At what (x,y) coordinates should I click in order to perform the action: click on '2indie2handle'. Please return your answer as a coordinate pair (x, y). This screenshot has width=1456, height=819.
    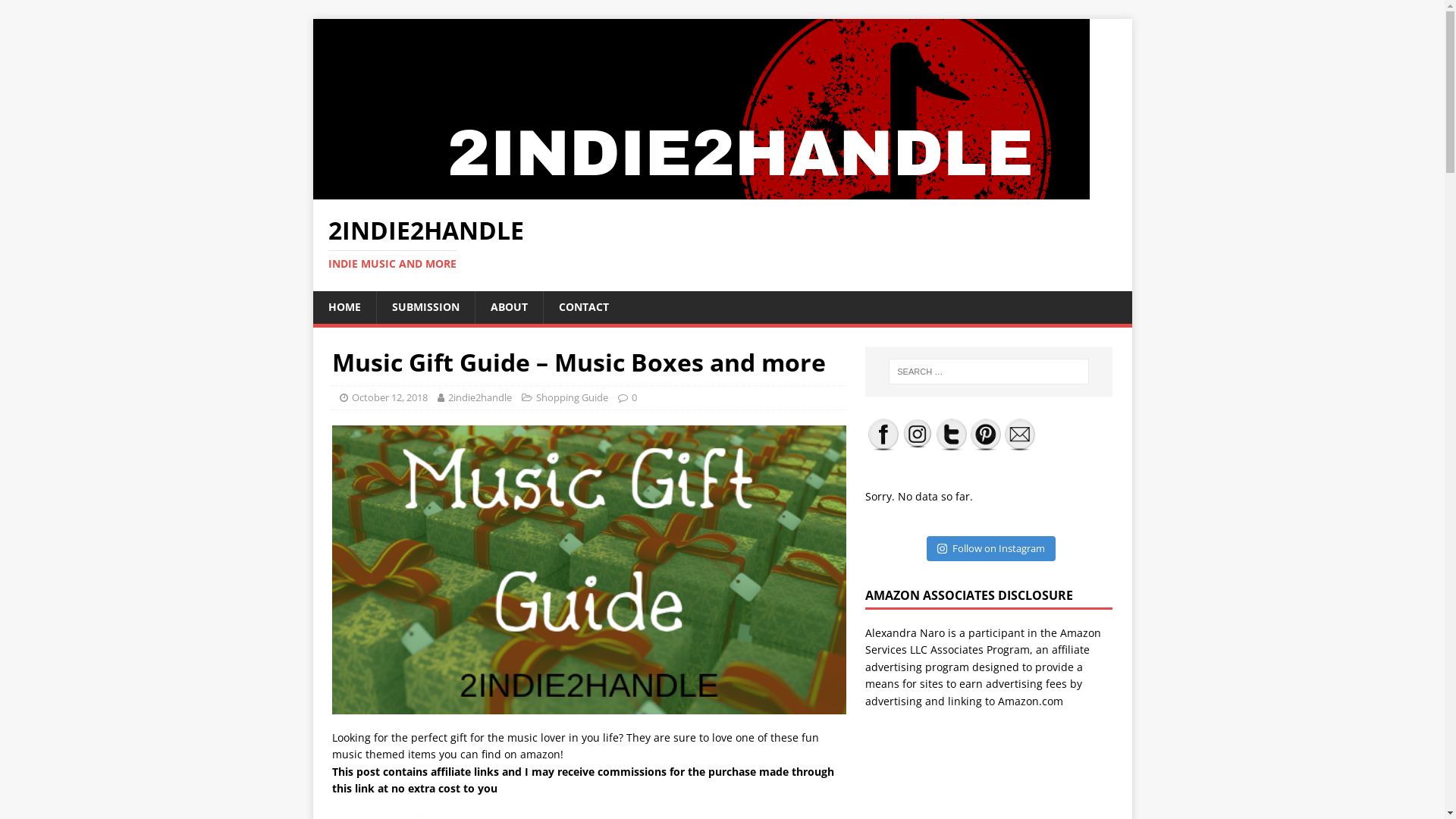
    Looking at the image, I should click on (479, 397).